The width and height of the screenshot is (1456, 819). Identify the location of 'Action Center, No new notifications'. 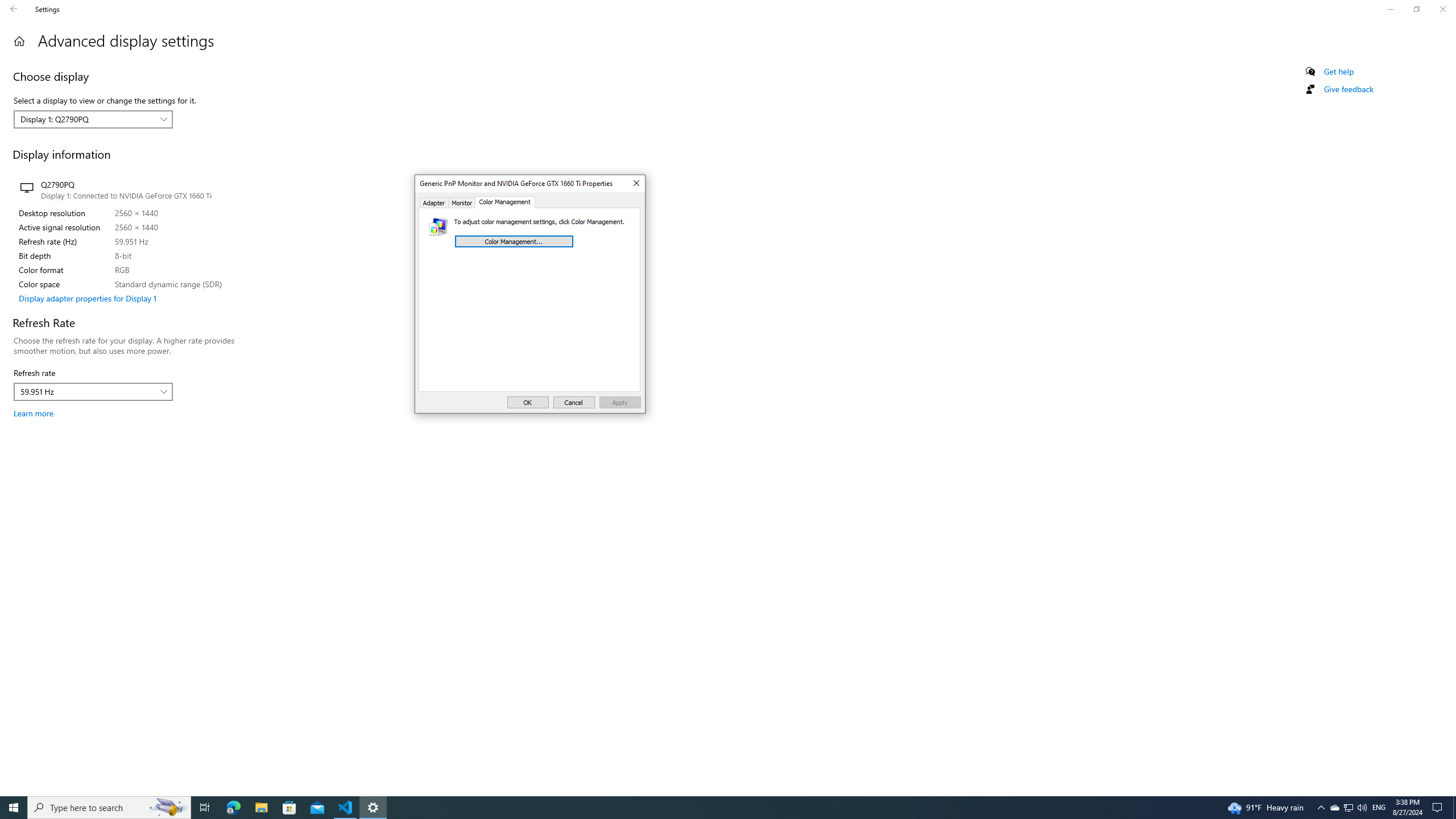
(1439, 806).